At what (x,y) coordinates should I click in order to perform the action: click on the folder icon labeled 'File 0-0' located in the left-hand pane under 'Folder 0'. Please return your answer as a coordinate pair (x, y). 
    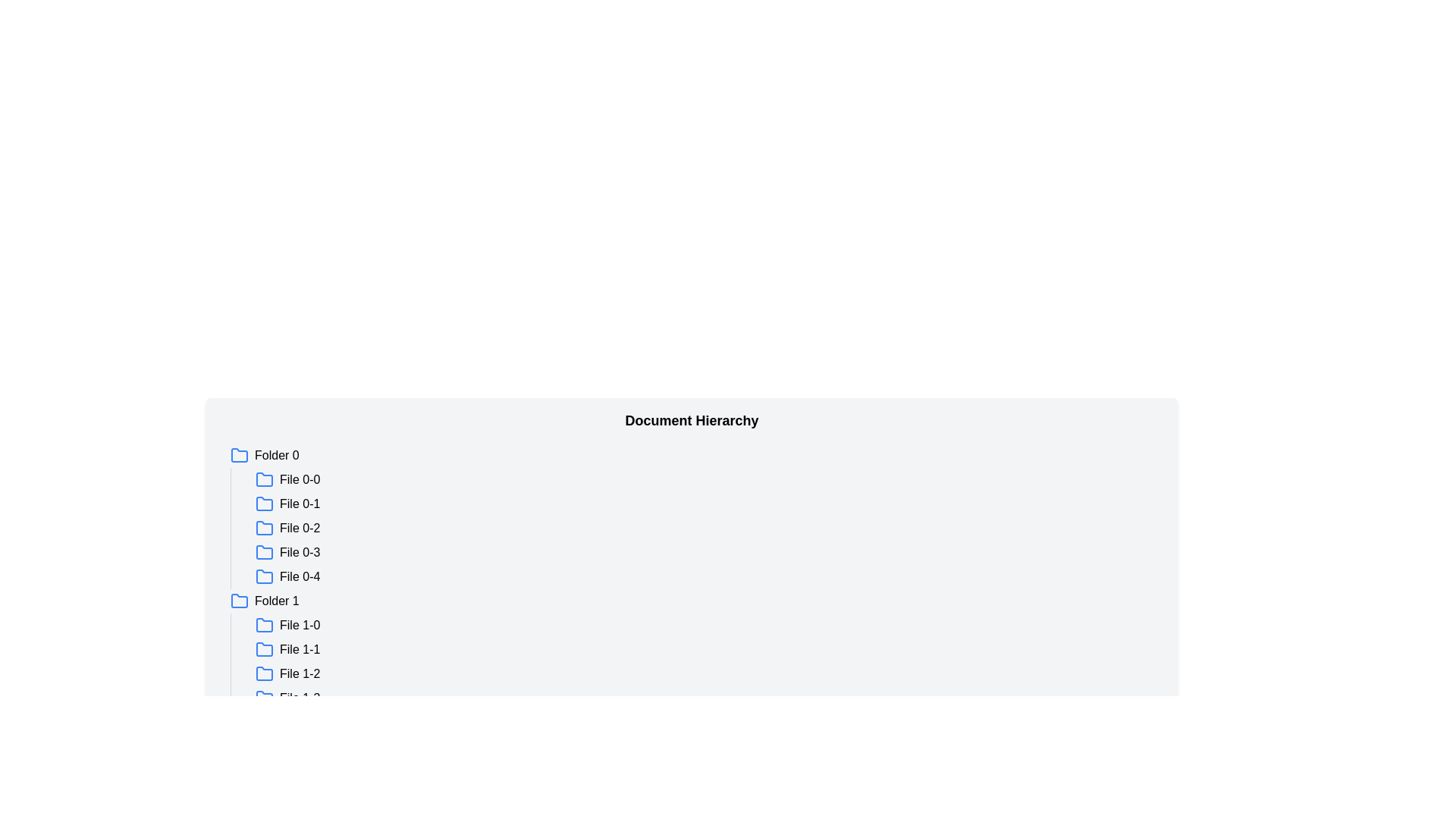
    Looking at the image, I should click on (265, 479).